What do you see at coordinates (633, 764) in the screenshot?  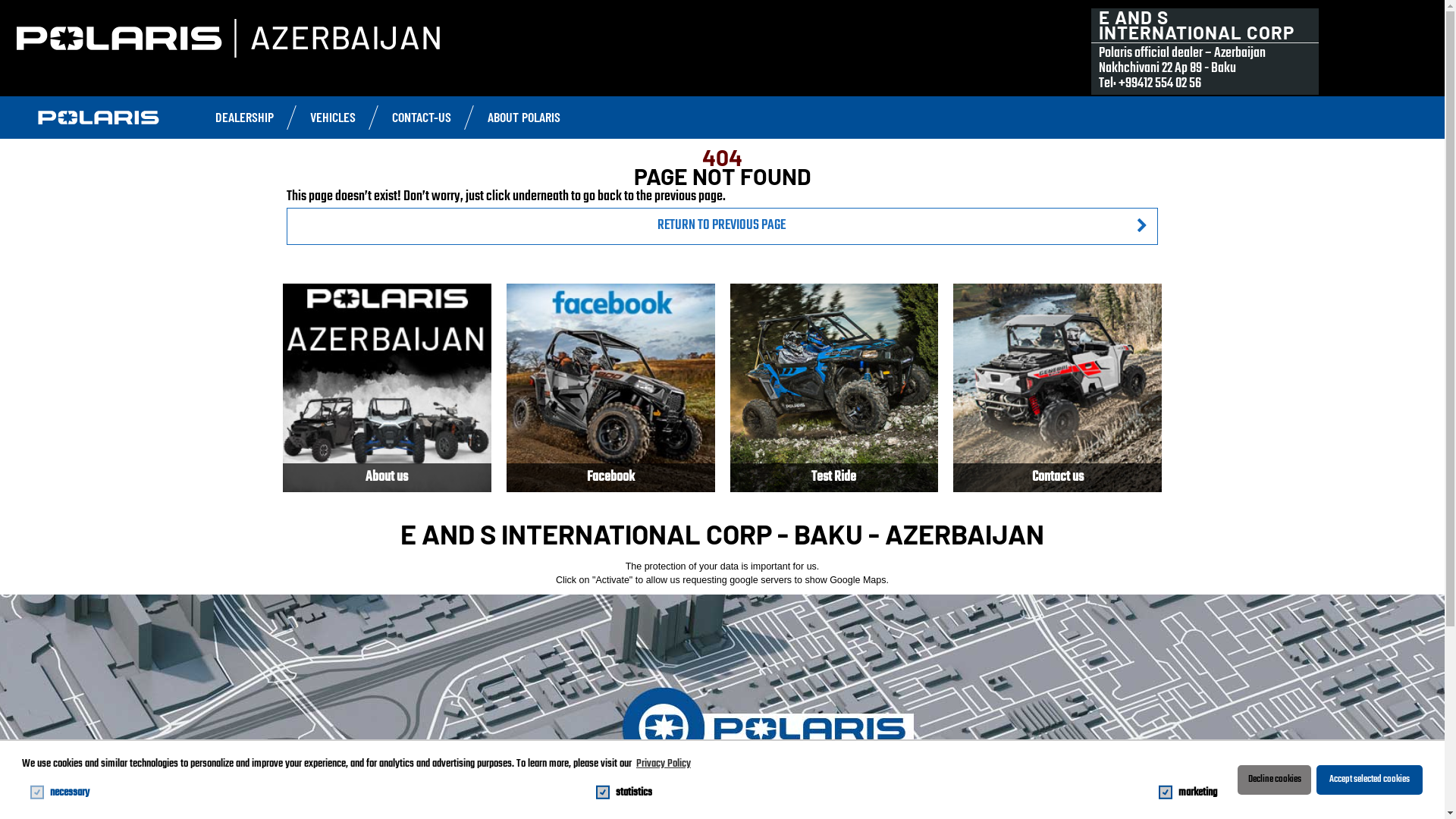 I see `'Privacy Policy'` at bounding box center [633, 764].